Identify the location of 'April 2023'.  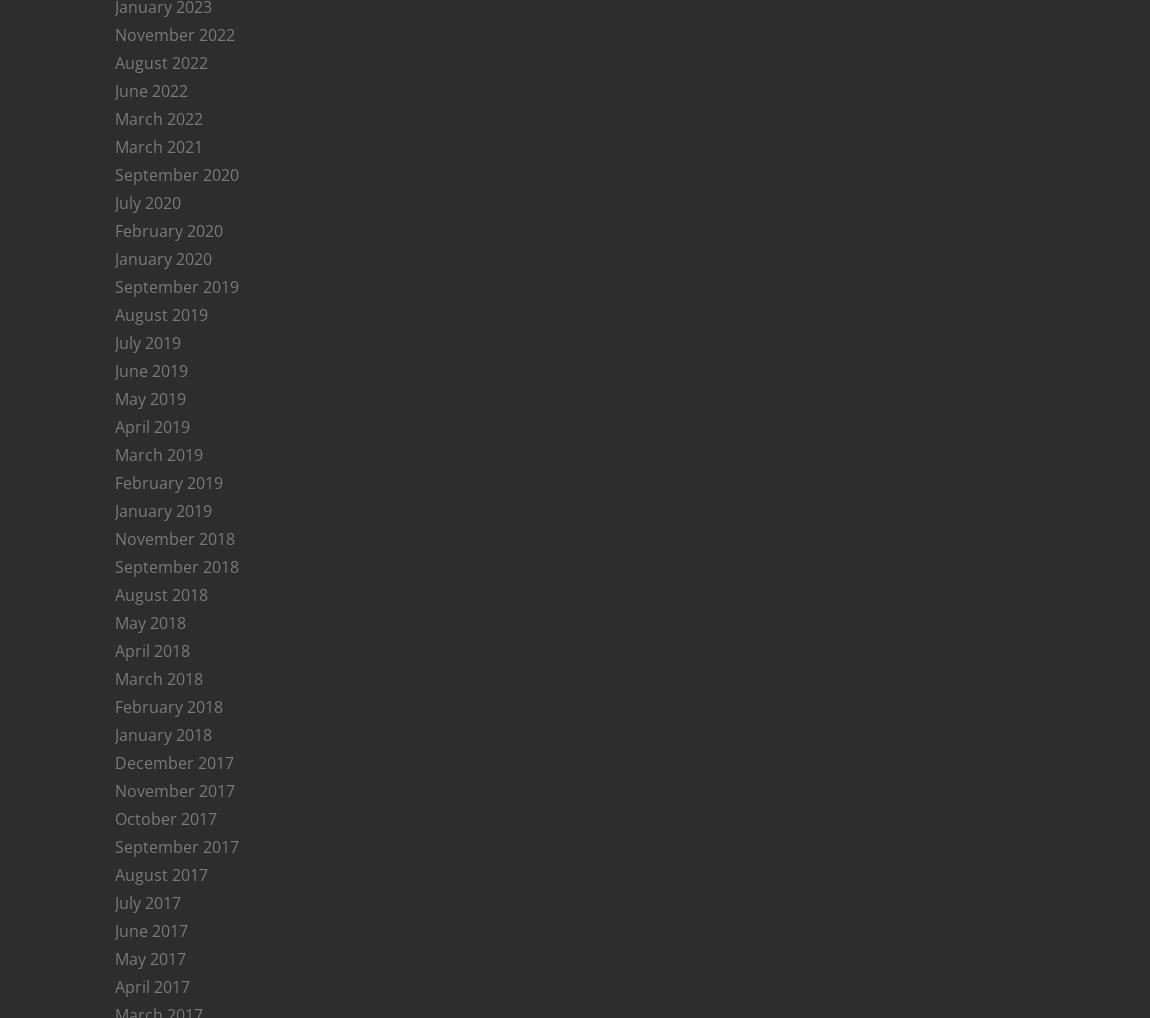
(151, 939).